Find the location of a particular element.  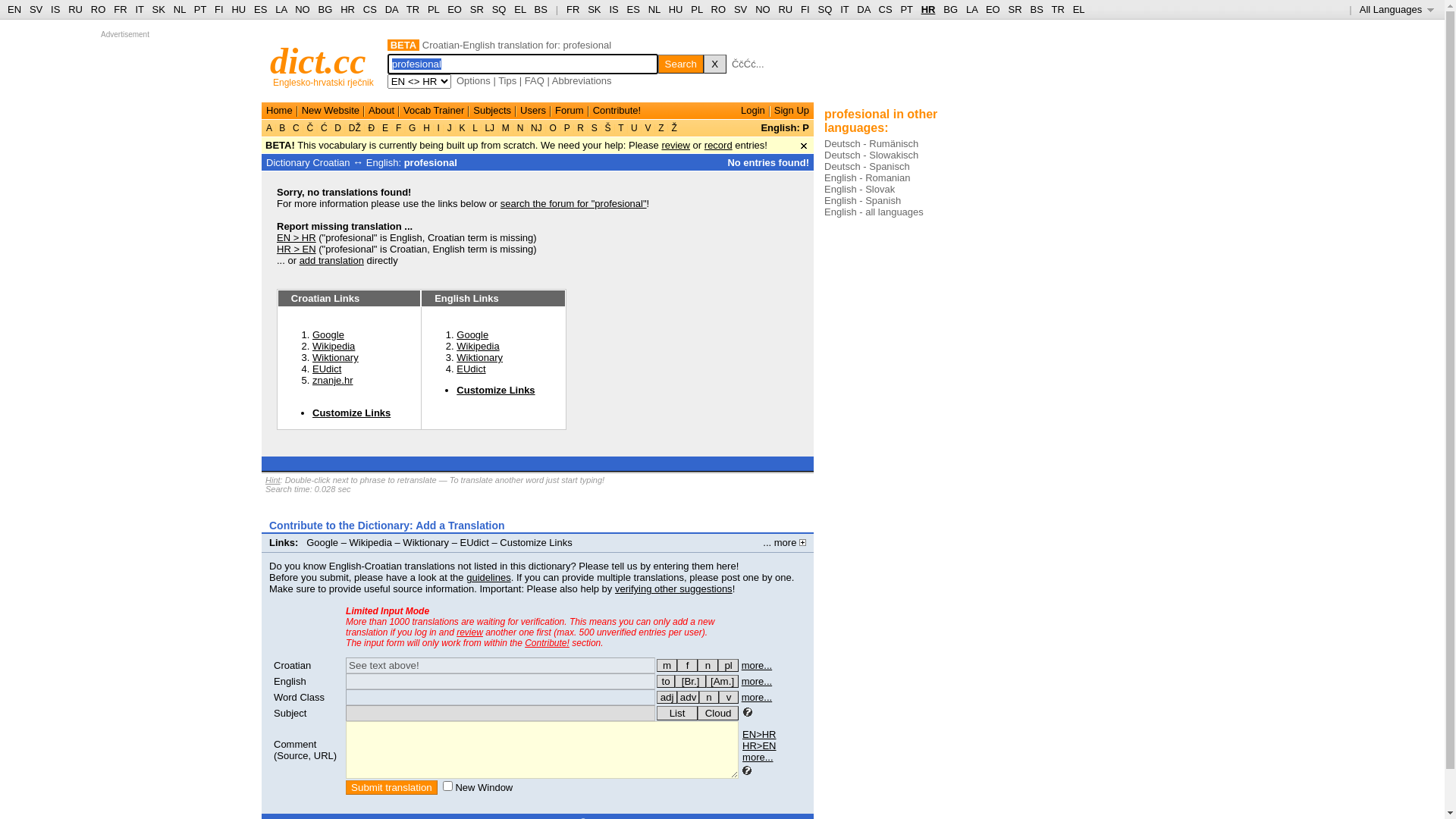

'FR' is located at coordinates (572, 9).